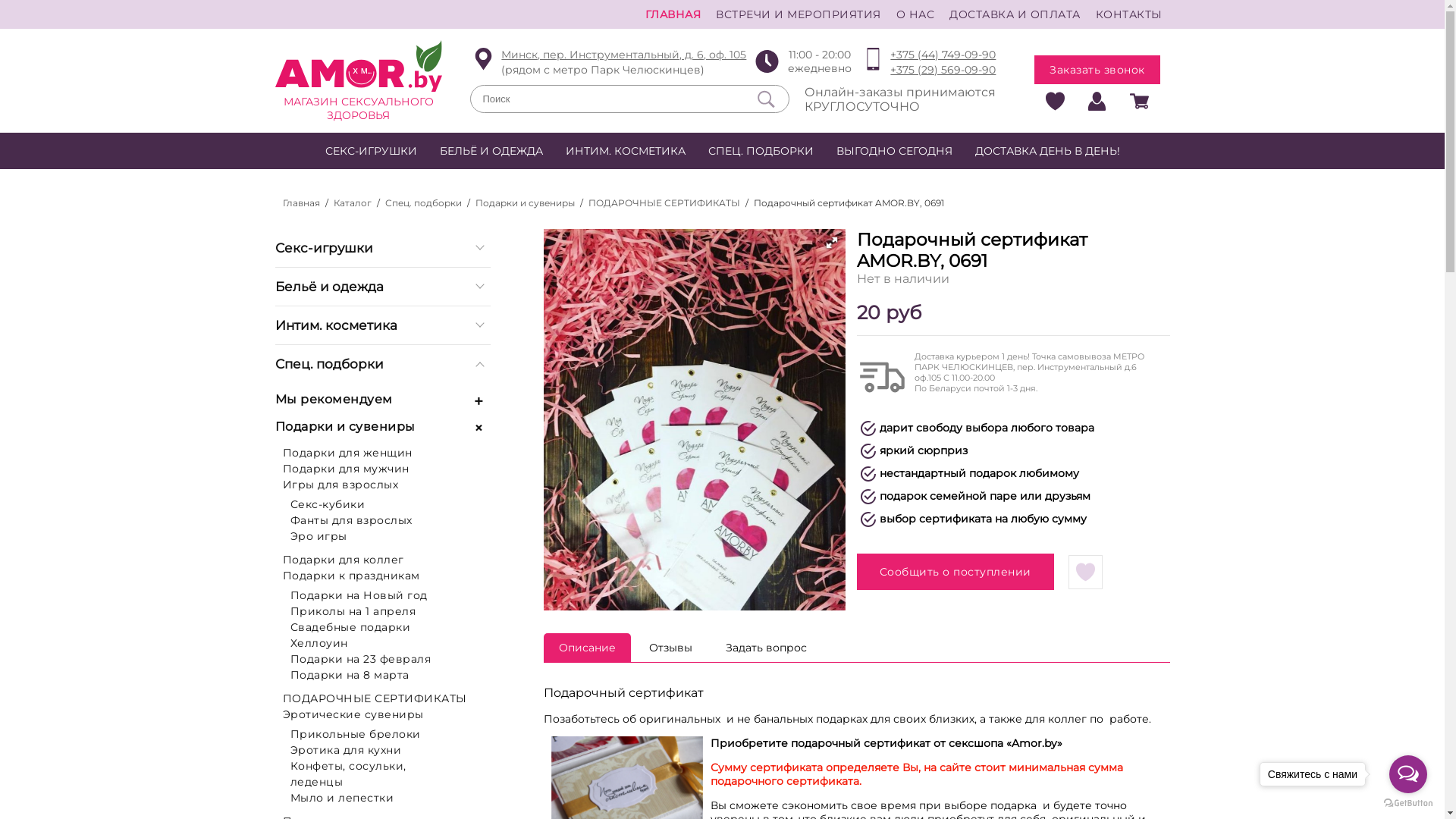  What do you see at coordinates (942, 55) in the screenshot?
I see `'+375 (44) 749-09-90'` at bounding box center [942, 55].